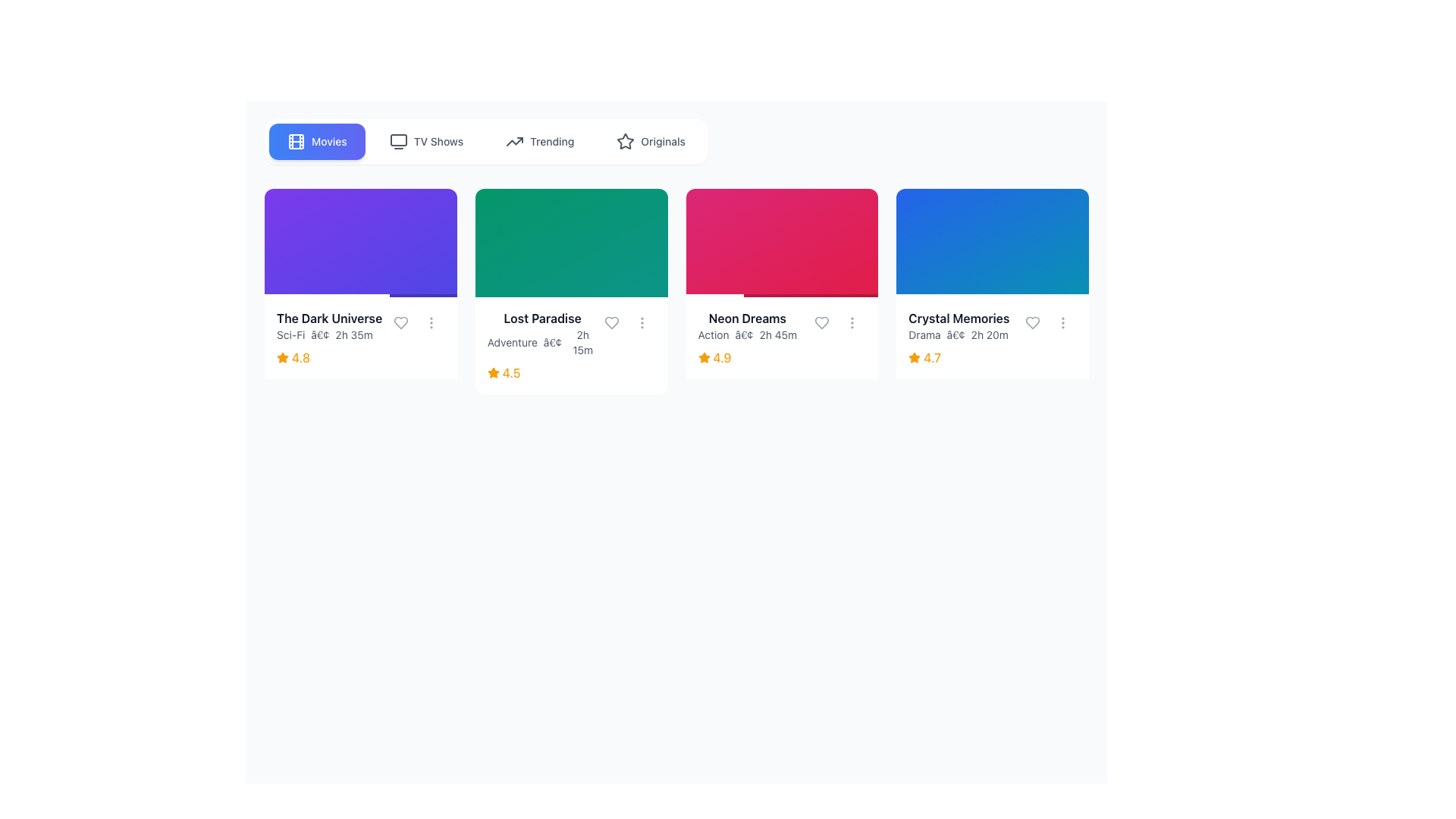 This screenshot has width=1456, height=819. What do you see at coordinates (486, 141) in the screenshot?
I see `the navigation menu` at bounding box center [486, 141].